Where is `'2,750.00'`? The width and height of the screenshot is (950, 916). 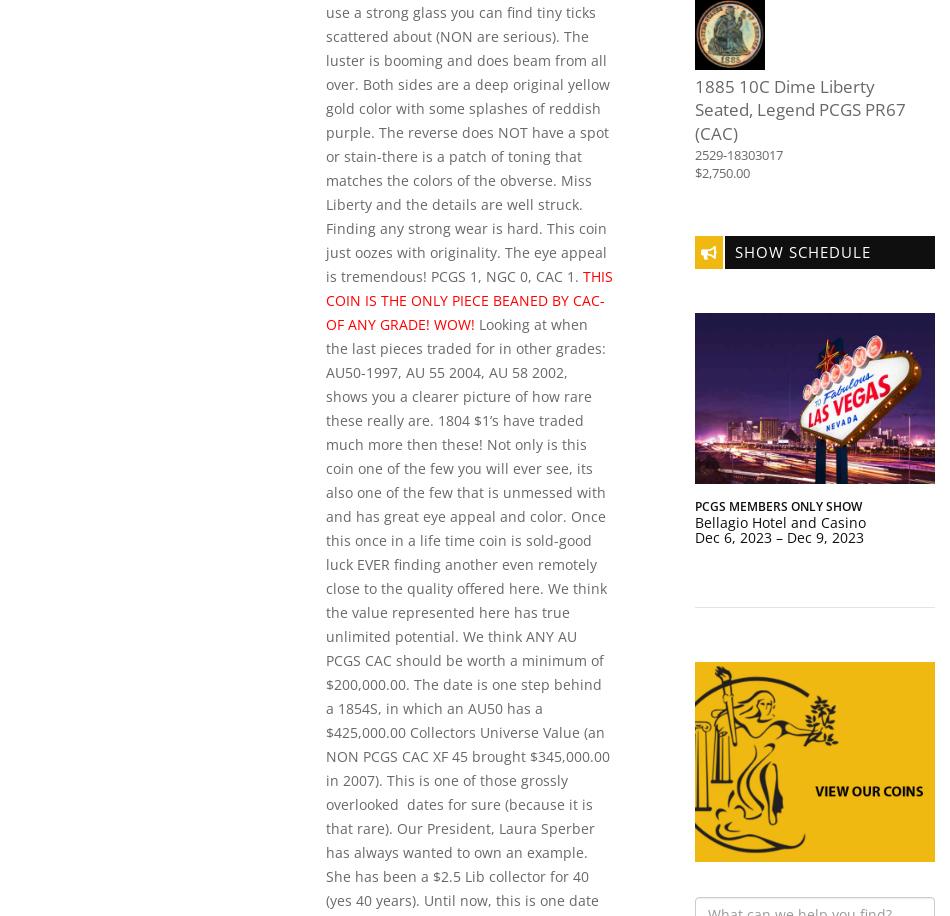
'2,750.00' is located at coordinates (724, 172).